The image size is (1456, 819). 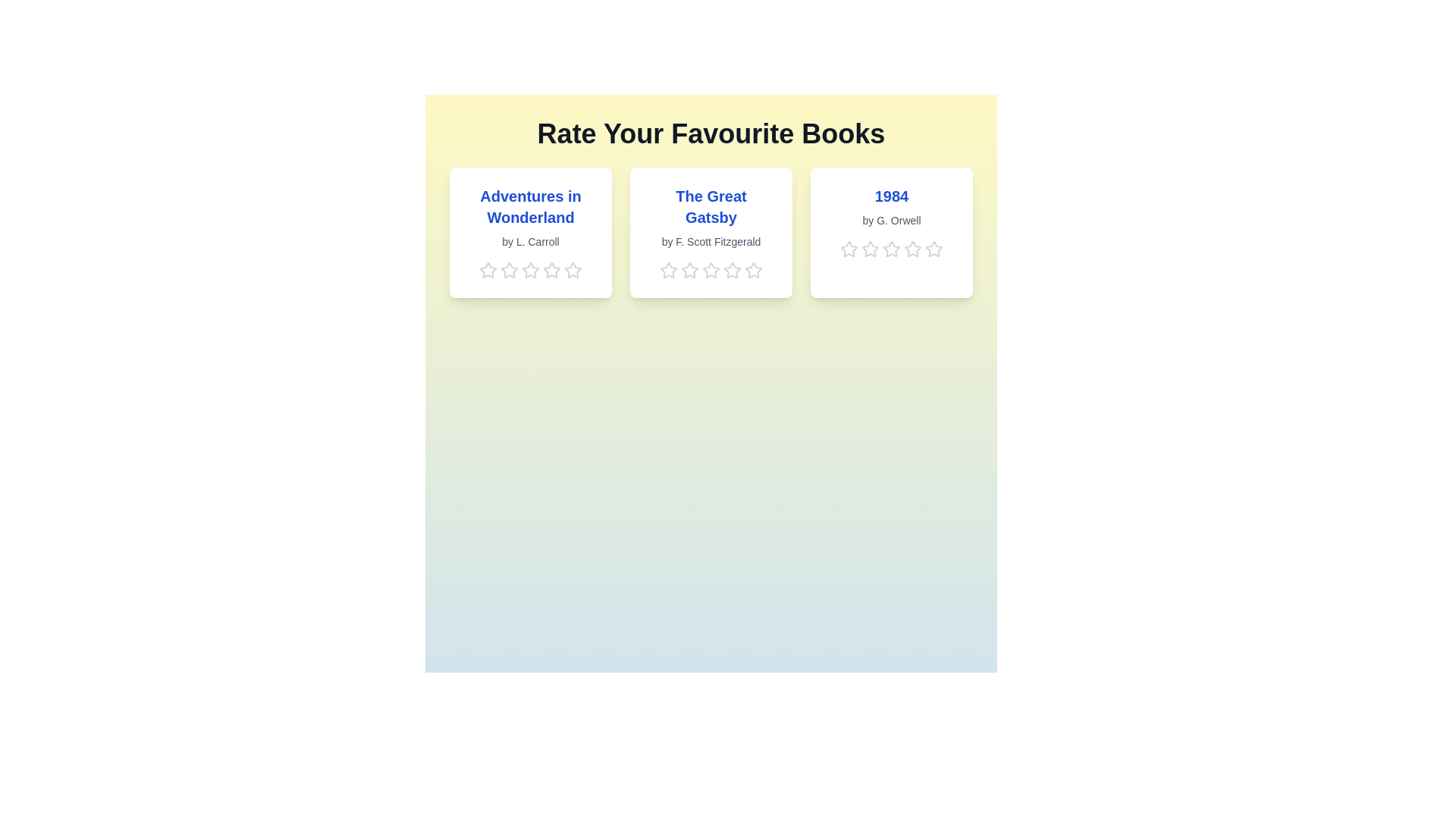 I want to click on the 2 star for the book titled '1984', so click(x=870, y=248).